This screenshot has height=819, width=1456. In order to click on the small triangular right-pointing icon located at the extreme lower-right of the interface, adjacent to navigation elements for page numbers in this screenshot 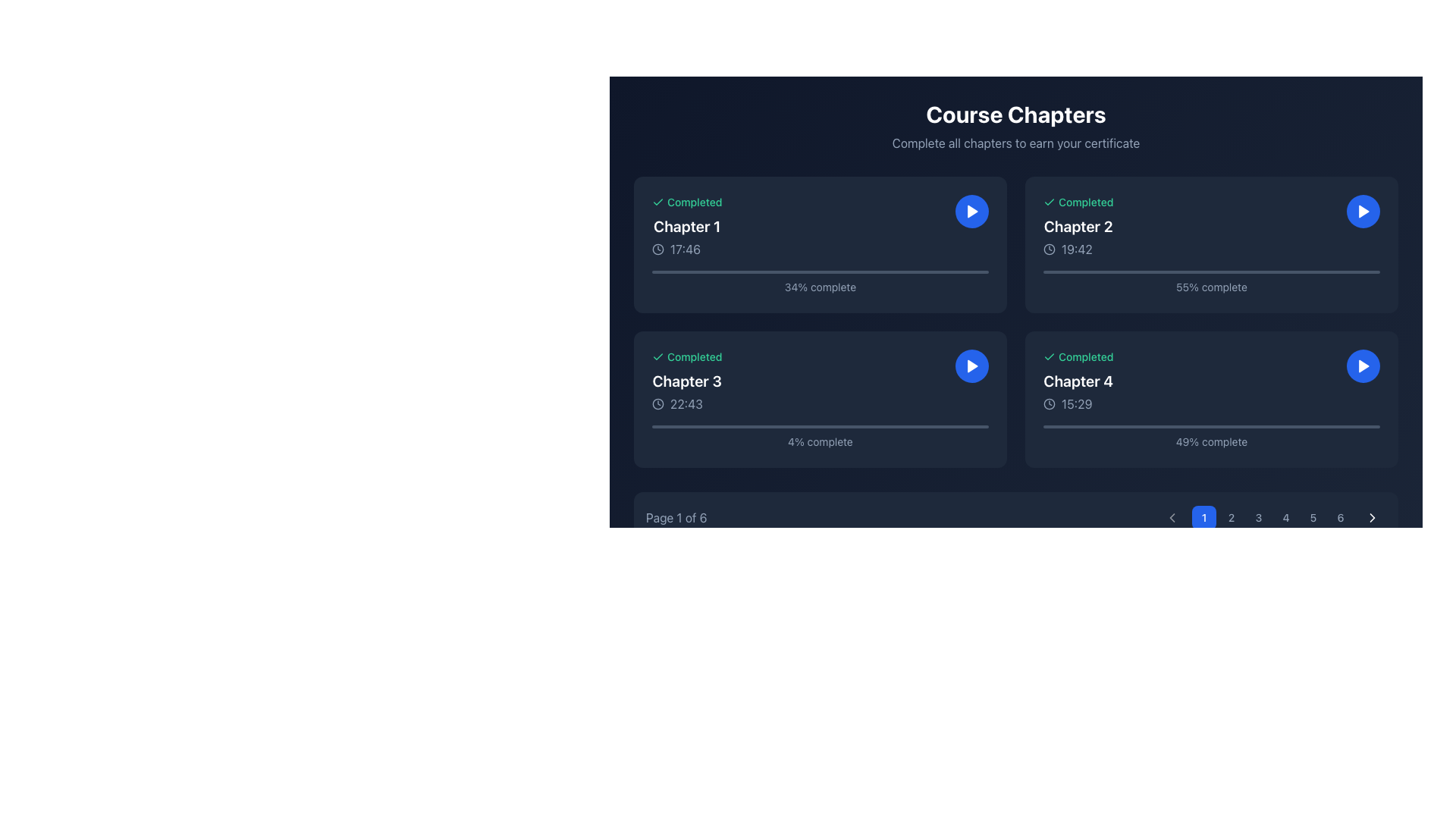, I will do `click(1372, 516)`.